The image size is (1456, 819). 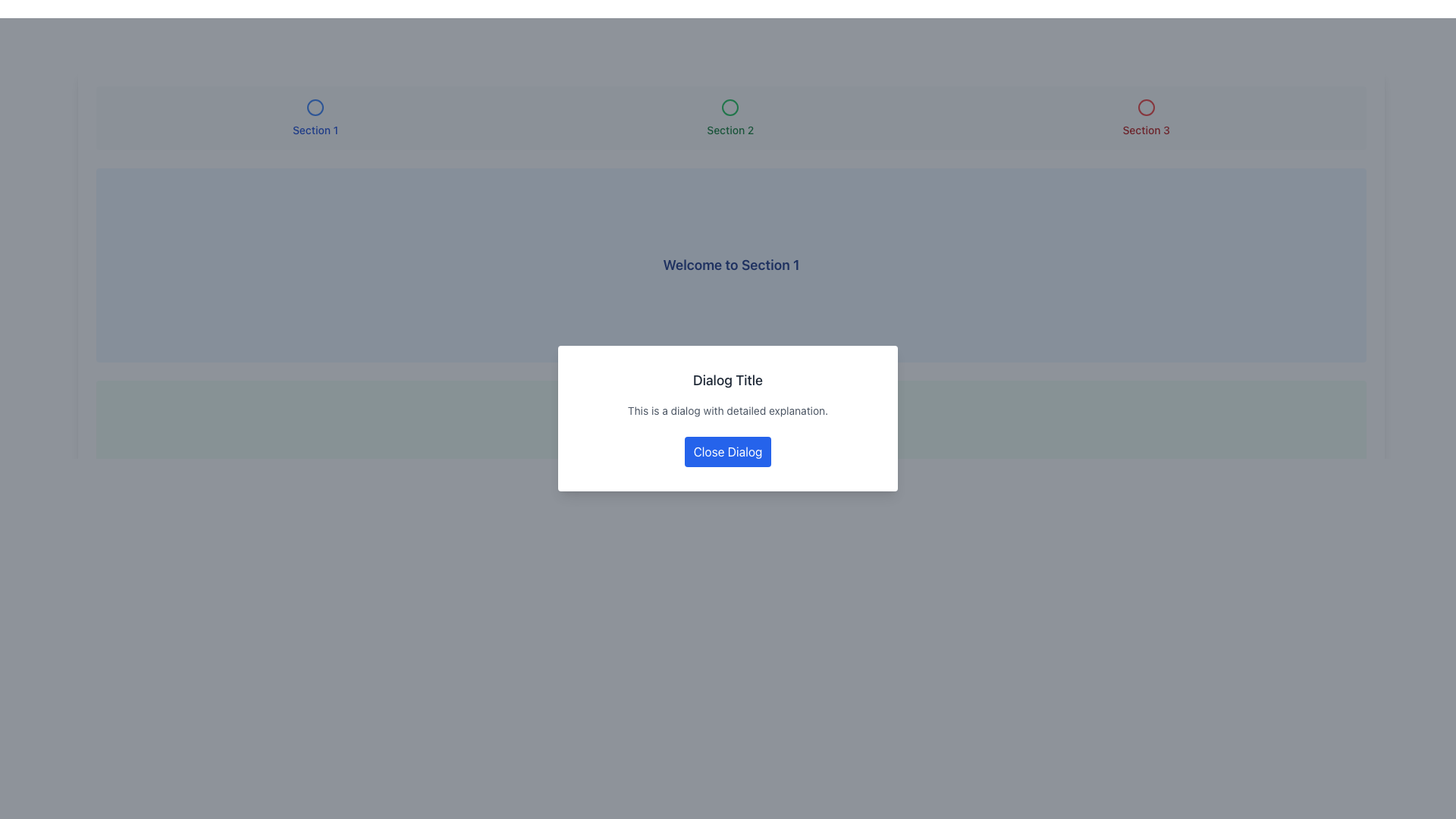 I want to click on the Text Label that provides context for the dialog box, positioned below 'Dialog Title' and above the 'Close Dialog' button, so click(x=728, y=411).